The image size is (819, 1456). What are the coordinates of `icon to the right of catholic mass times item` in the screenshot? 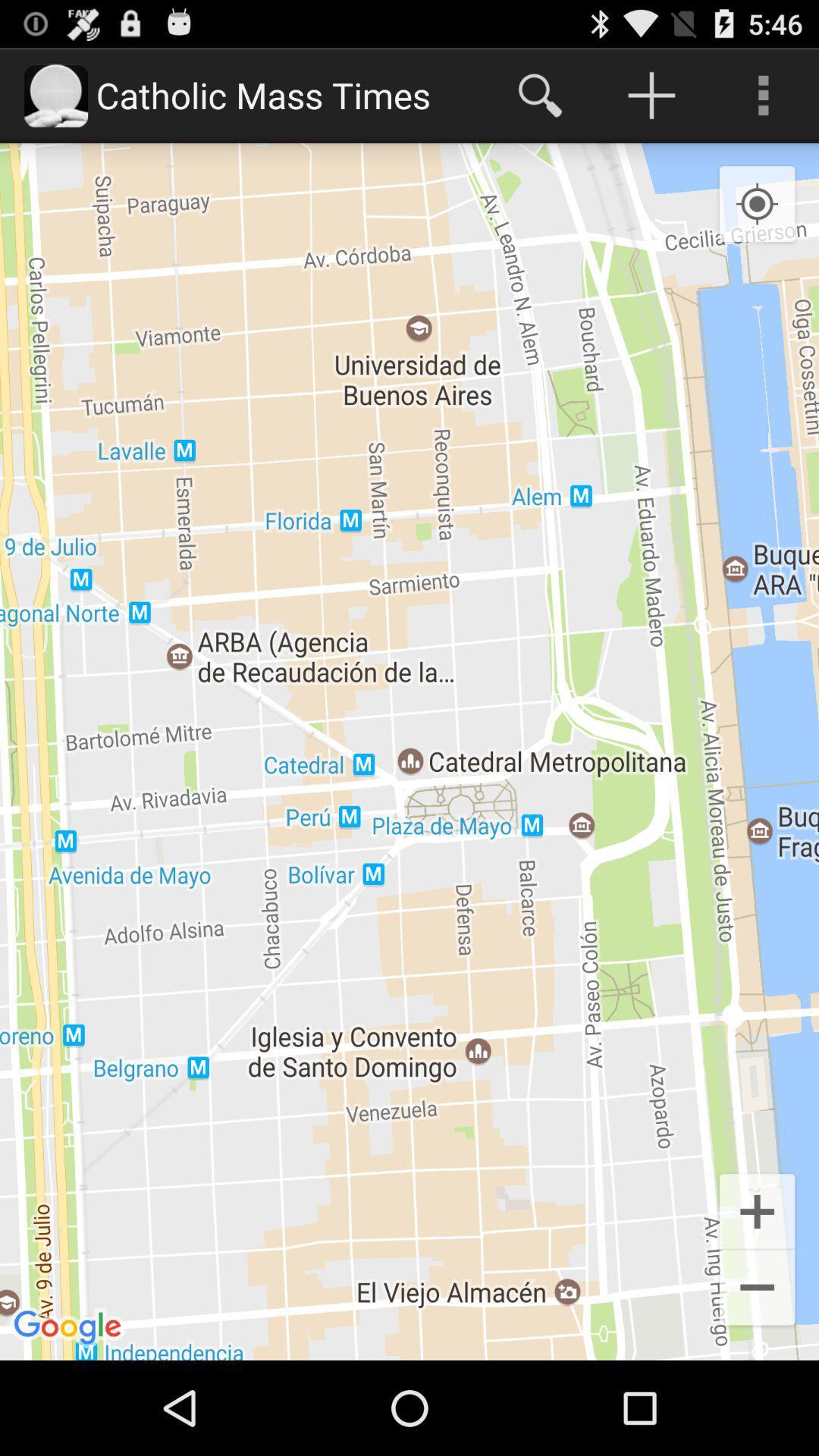 It's located at (539, 94).